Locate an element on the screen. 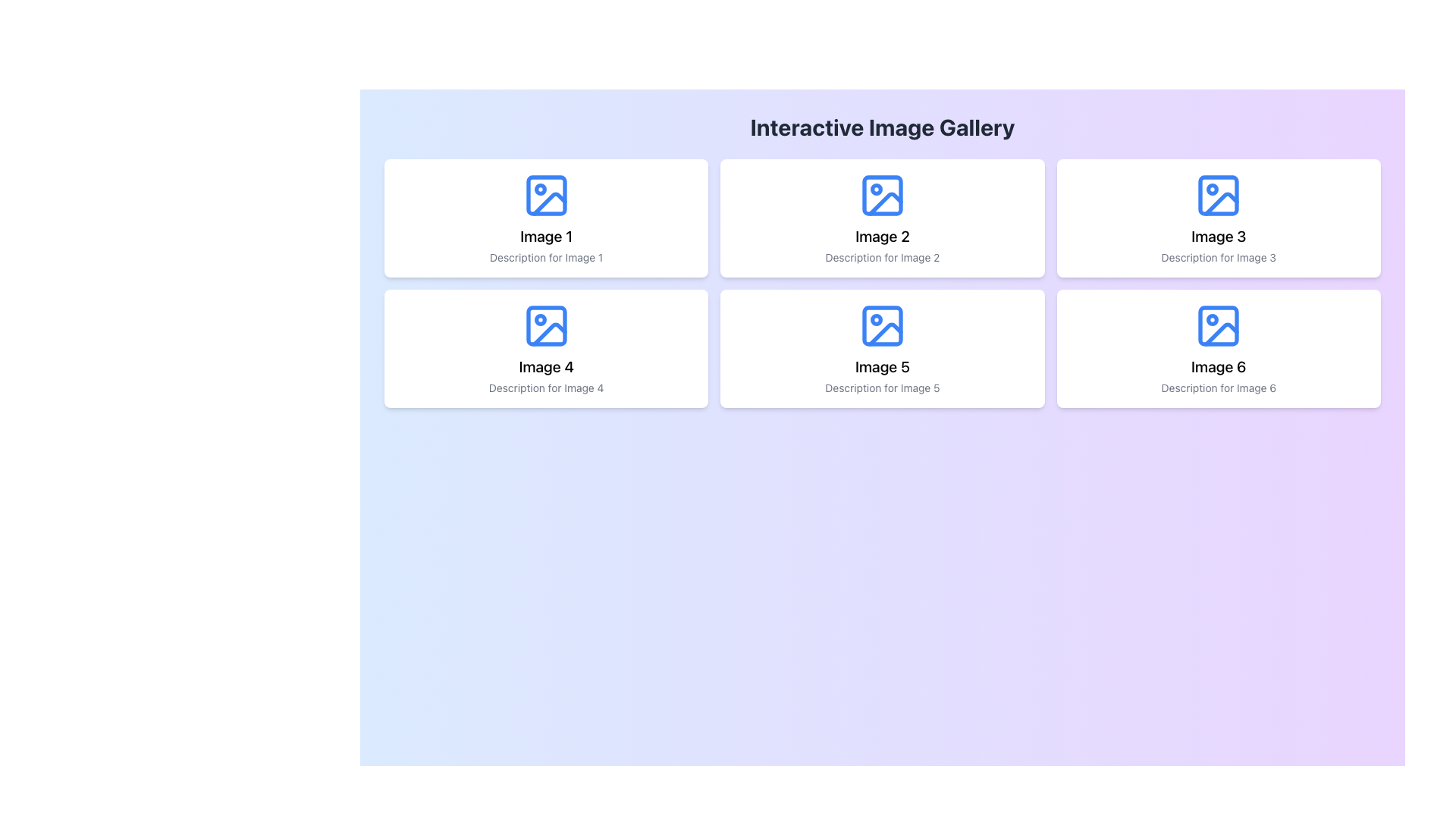 The width and height of the screenshot is (1456, 819). the static text label that reads 'Description for Image 2', located below the title 'Image 2' in the second card of the gallery is located at coordinates (882, 256).